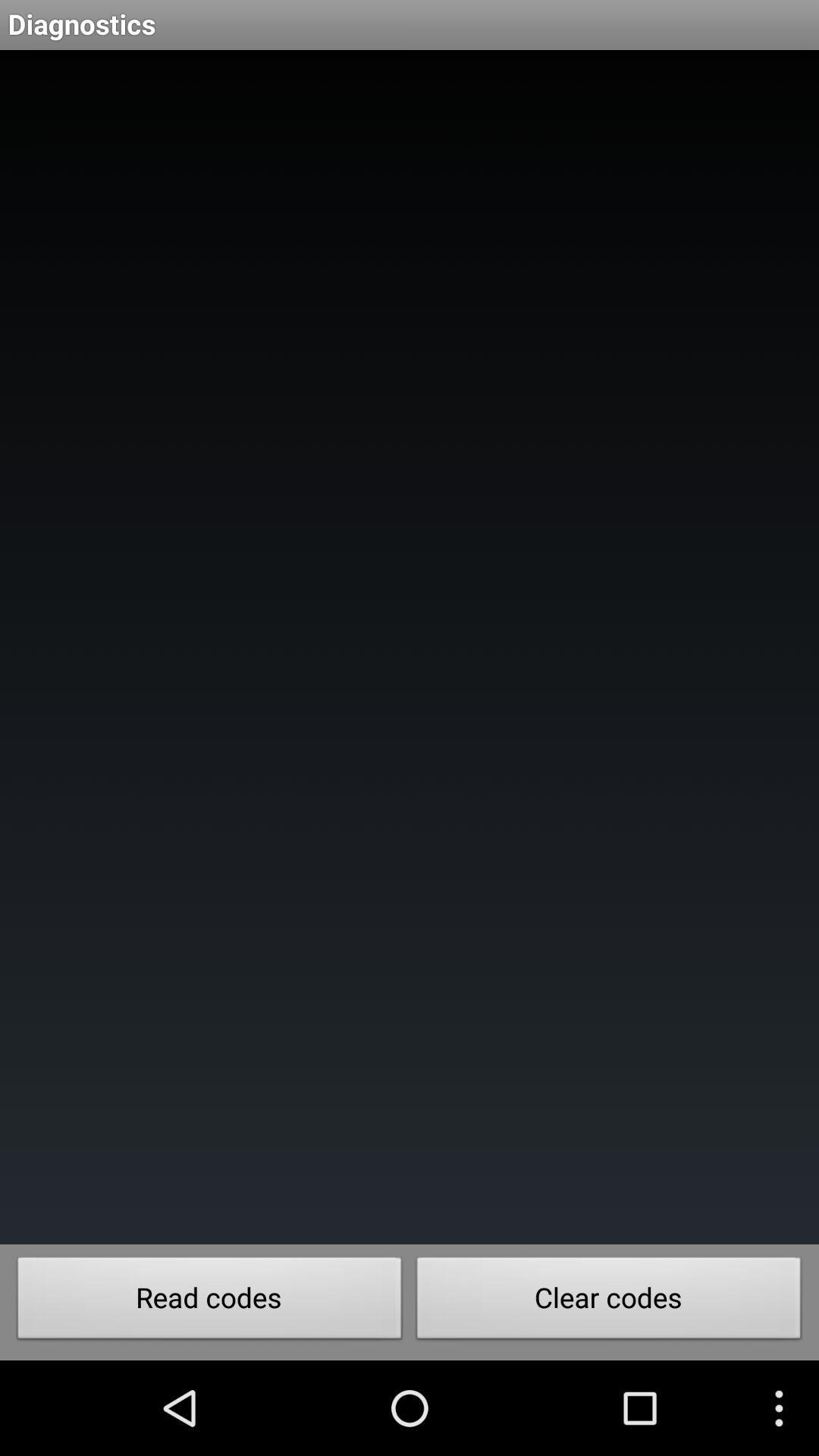  I want to click on the item below the diagnostics item, so click(409, 647).